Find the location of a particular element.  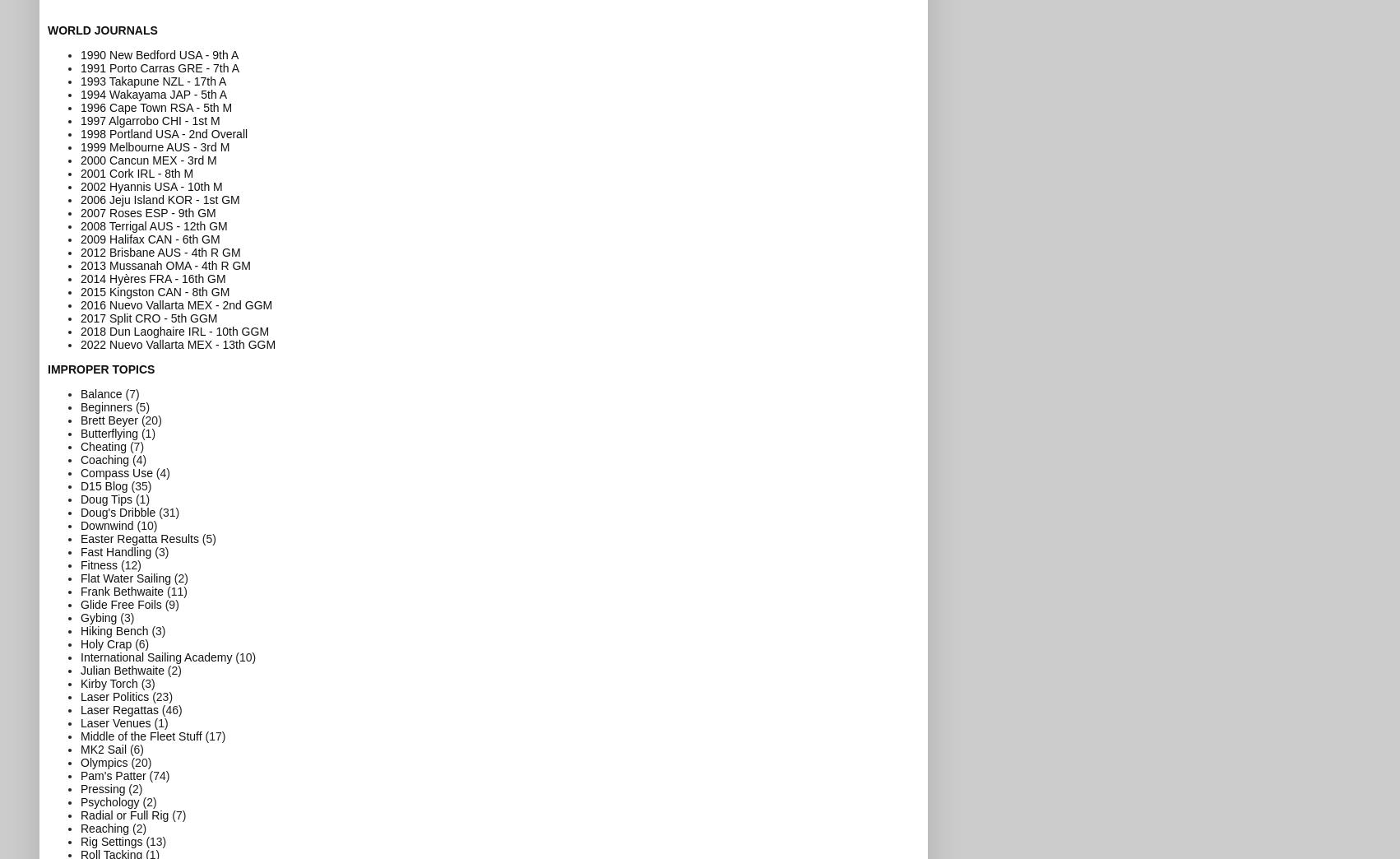

'2001 Cork IRL - 8th M' is located at coordinates (81, 172).